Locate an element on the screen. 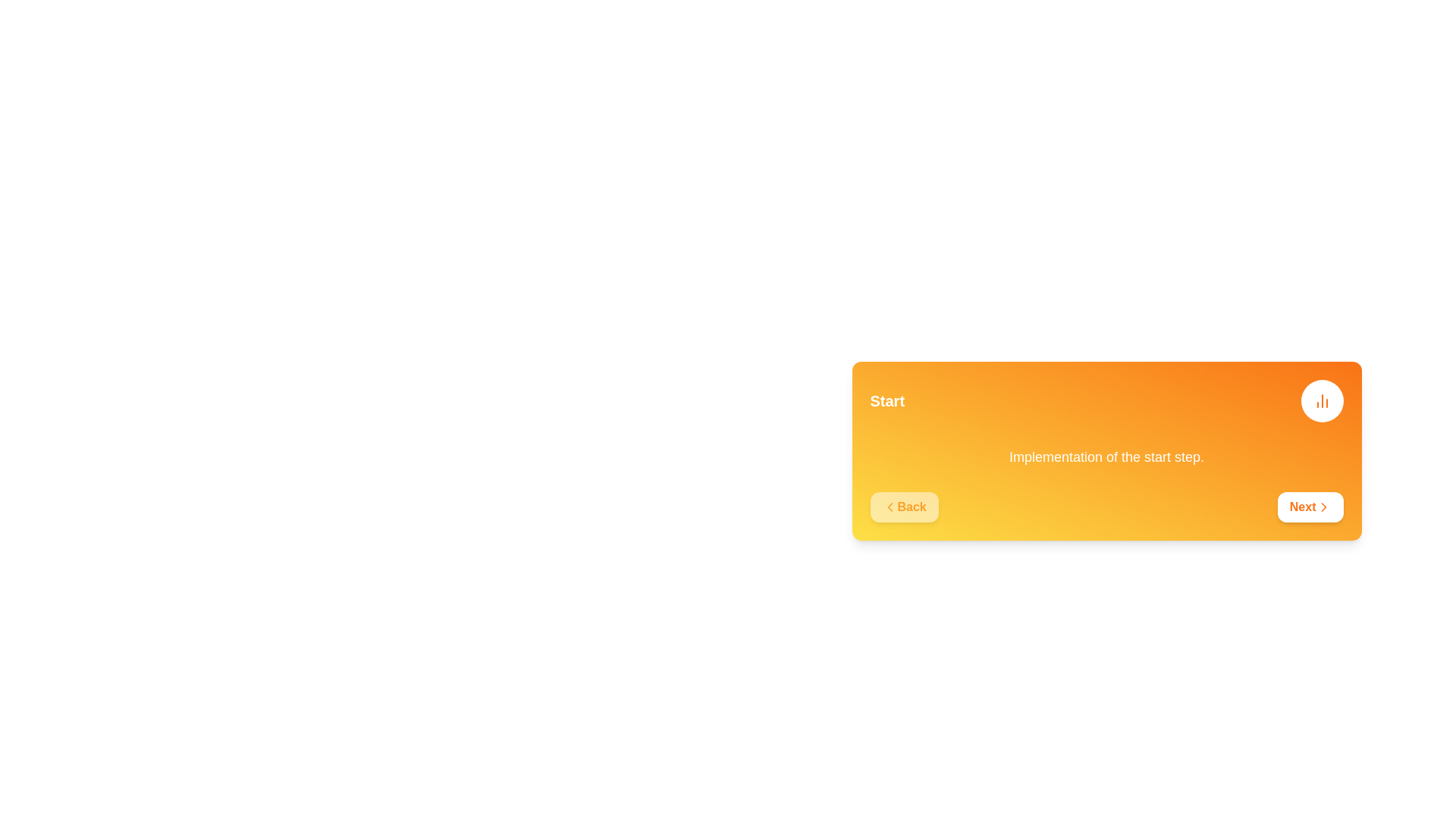 Image resolution: width=1456 pixels, height=819 pixels. the 'Back' button containing the leftward chevron SVG icon is located at coordinates (890, 507).